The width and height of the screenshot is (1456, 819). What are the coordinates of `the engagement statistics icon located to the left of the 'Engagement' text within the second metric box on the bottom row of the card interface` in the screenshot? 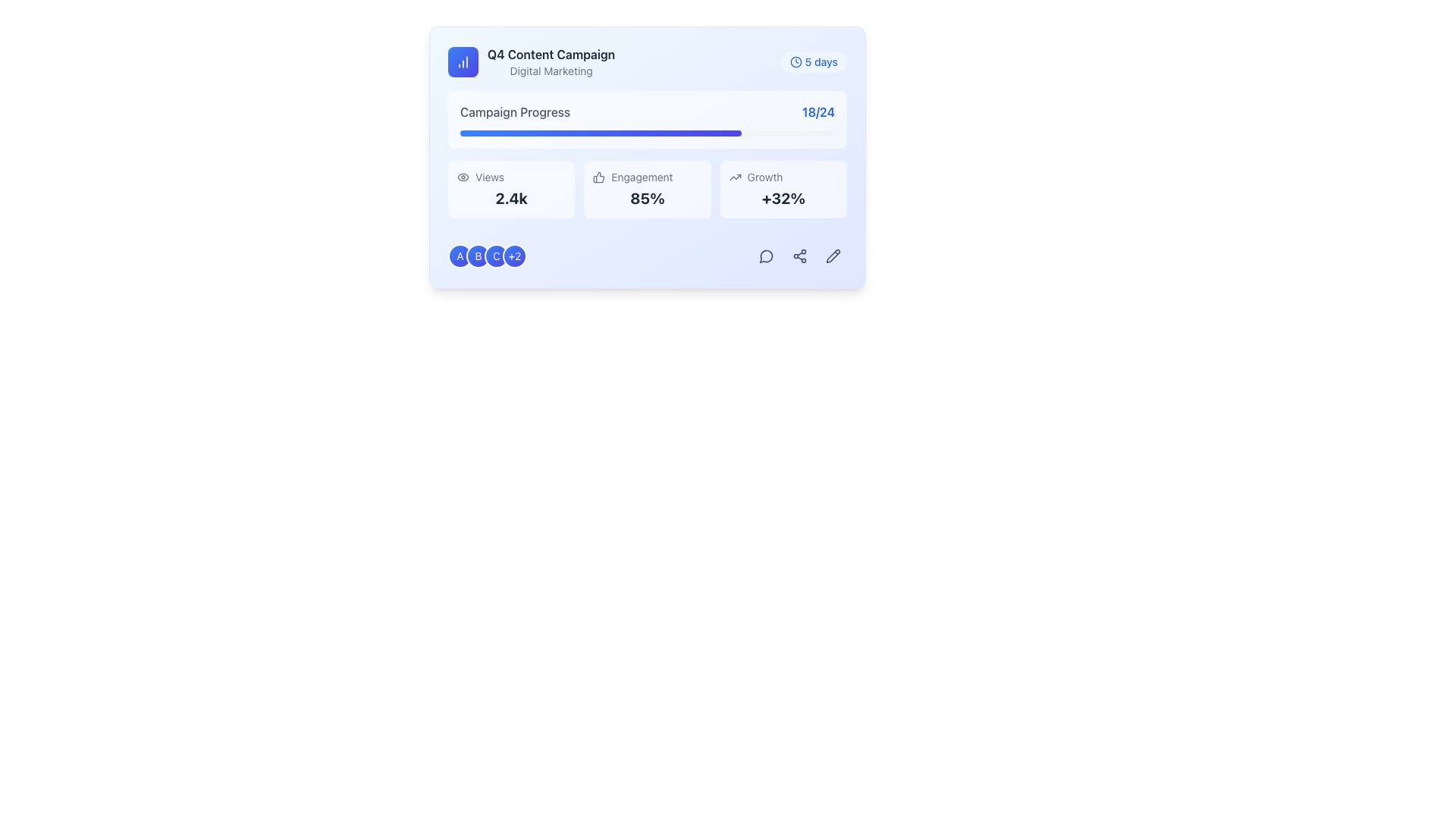 It's located at (598, 177).